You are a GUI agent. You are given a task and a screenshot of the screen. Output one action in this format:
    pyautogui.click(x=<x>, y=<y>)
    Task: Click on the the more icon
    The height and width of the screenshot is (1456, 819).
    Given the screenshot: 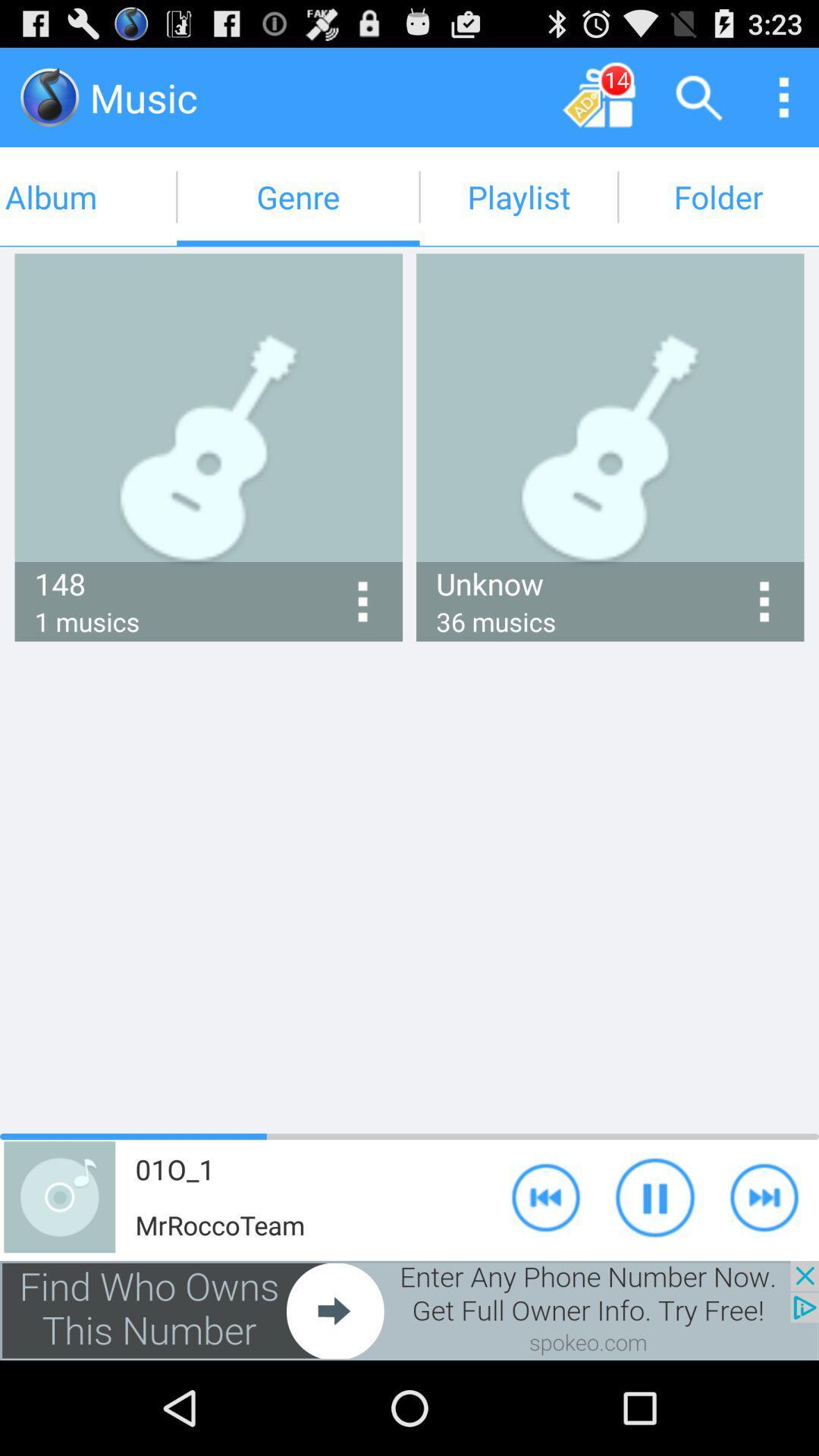 What is the action you would take?
    pyautogui.click(x=783, y=103)
    